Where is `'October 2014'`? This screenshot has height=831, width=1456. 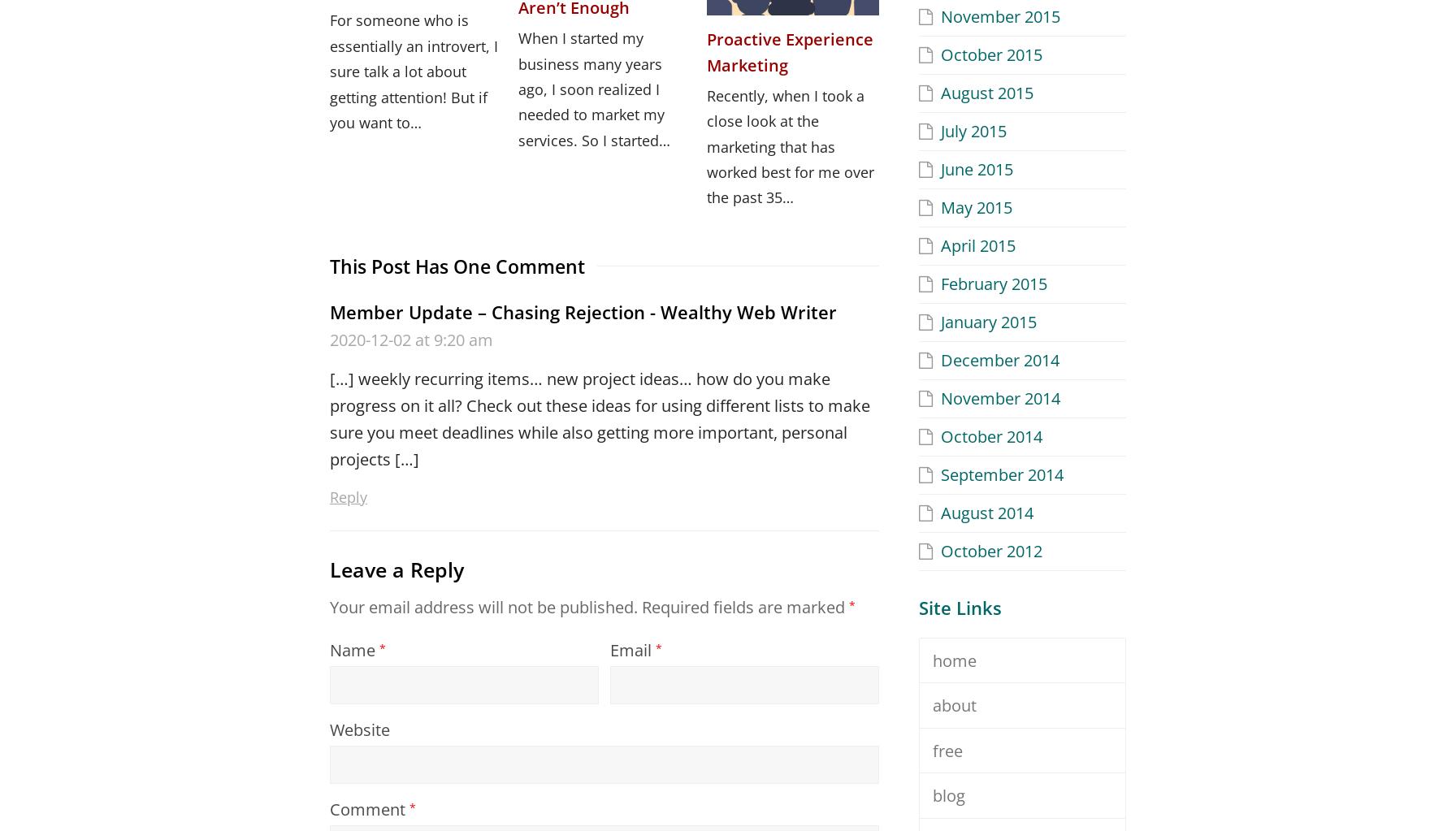
'October 2014' is located at coordinates (940, 435).